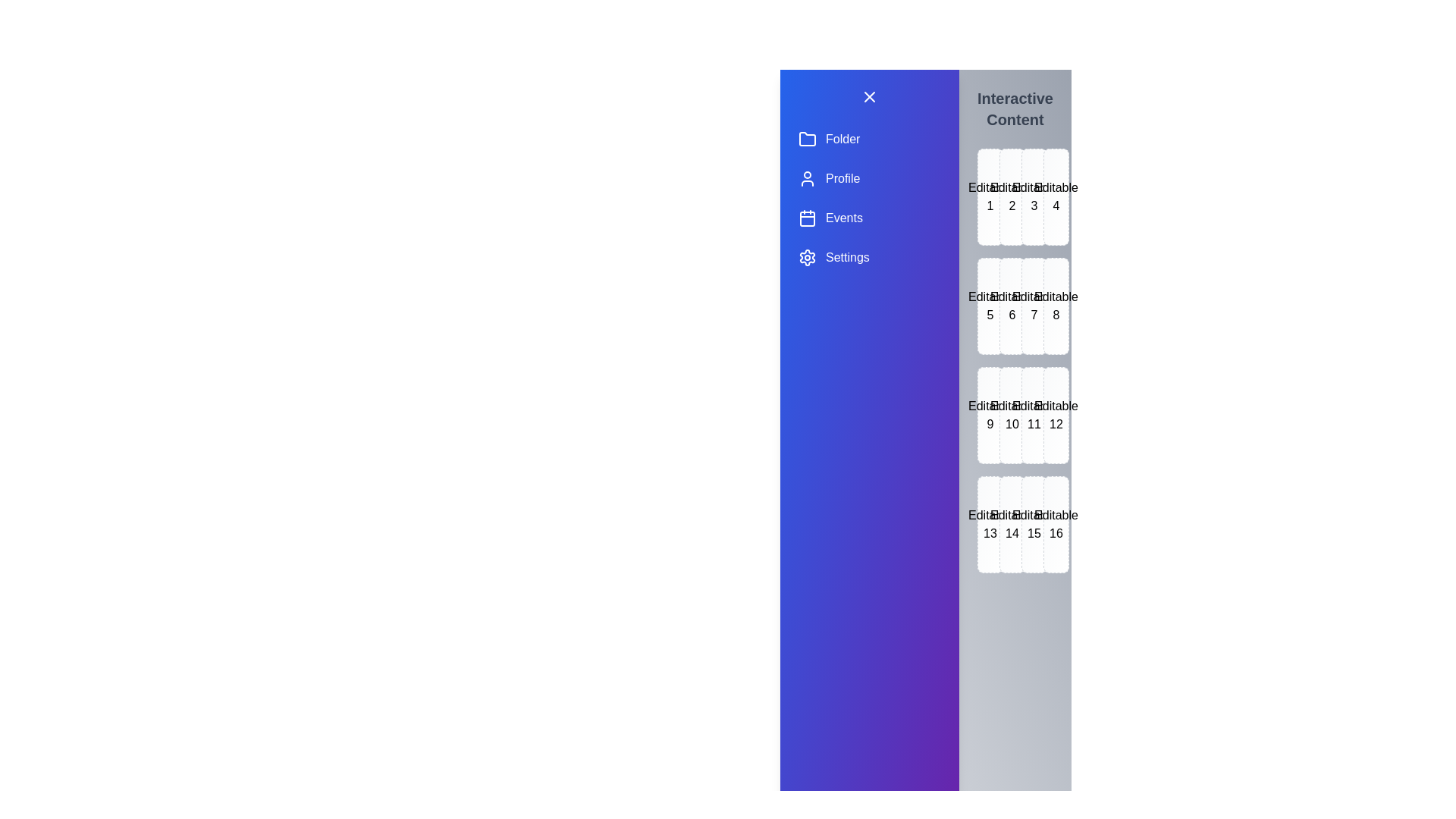 The image size is (1456, 819). Describe the element at coordinates (870, 256) in the screenshot. I see `the Settings section in the drawer menu` at that location.